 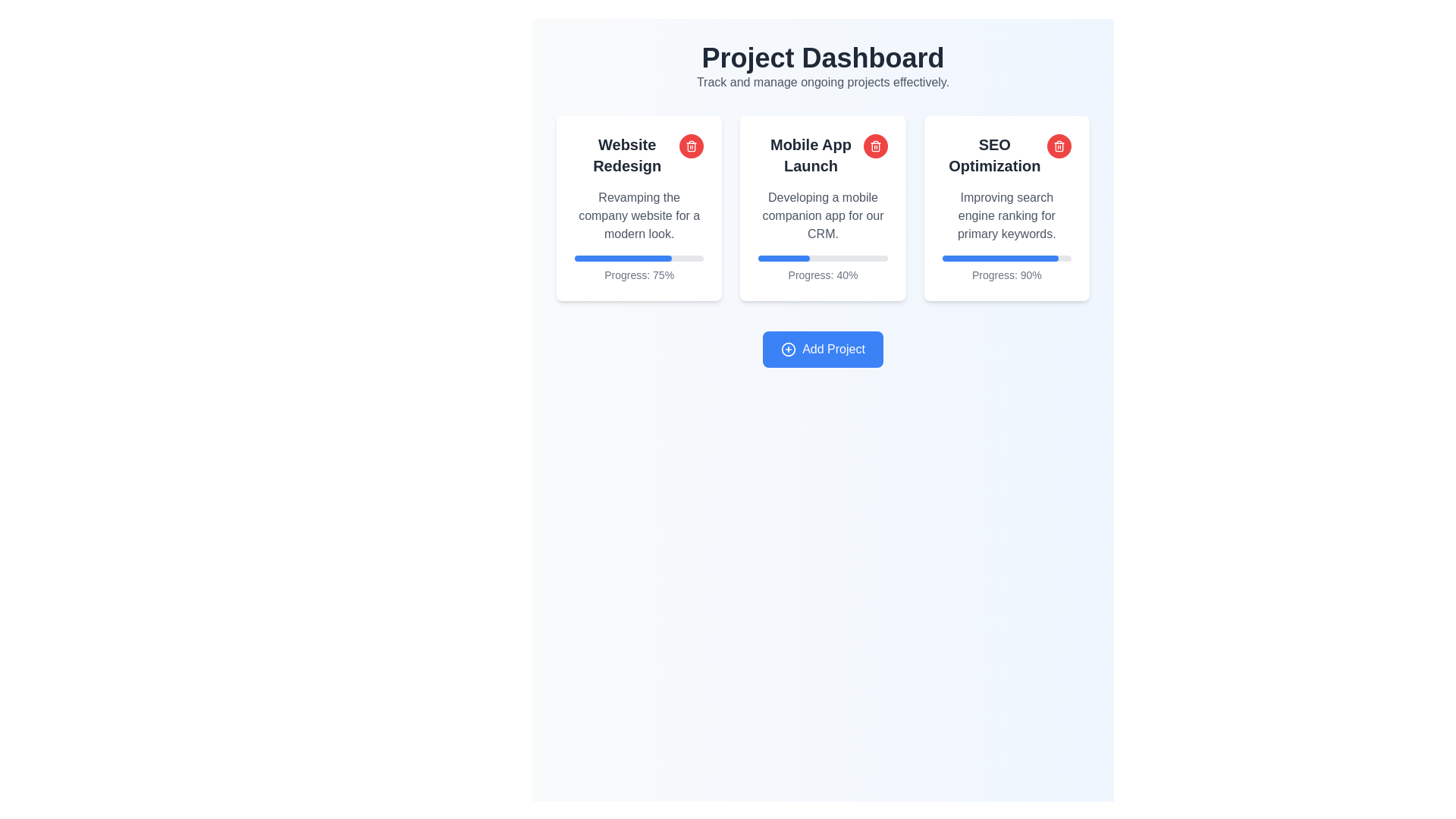 What do you see at coordinates (639, 275) in the screenshot?
I see `display text showing the project completion percentage located at the bottom of the 'Website Redesign' card beneath the blue progress bar` at bounding box center [639, 275].